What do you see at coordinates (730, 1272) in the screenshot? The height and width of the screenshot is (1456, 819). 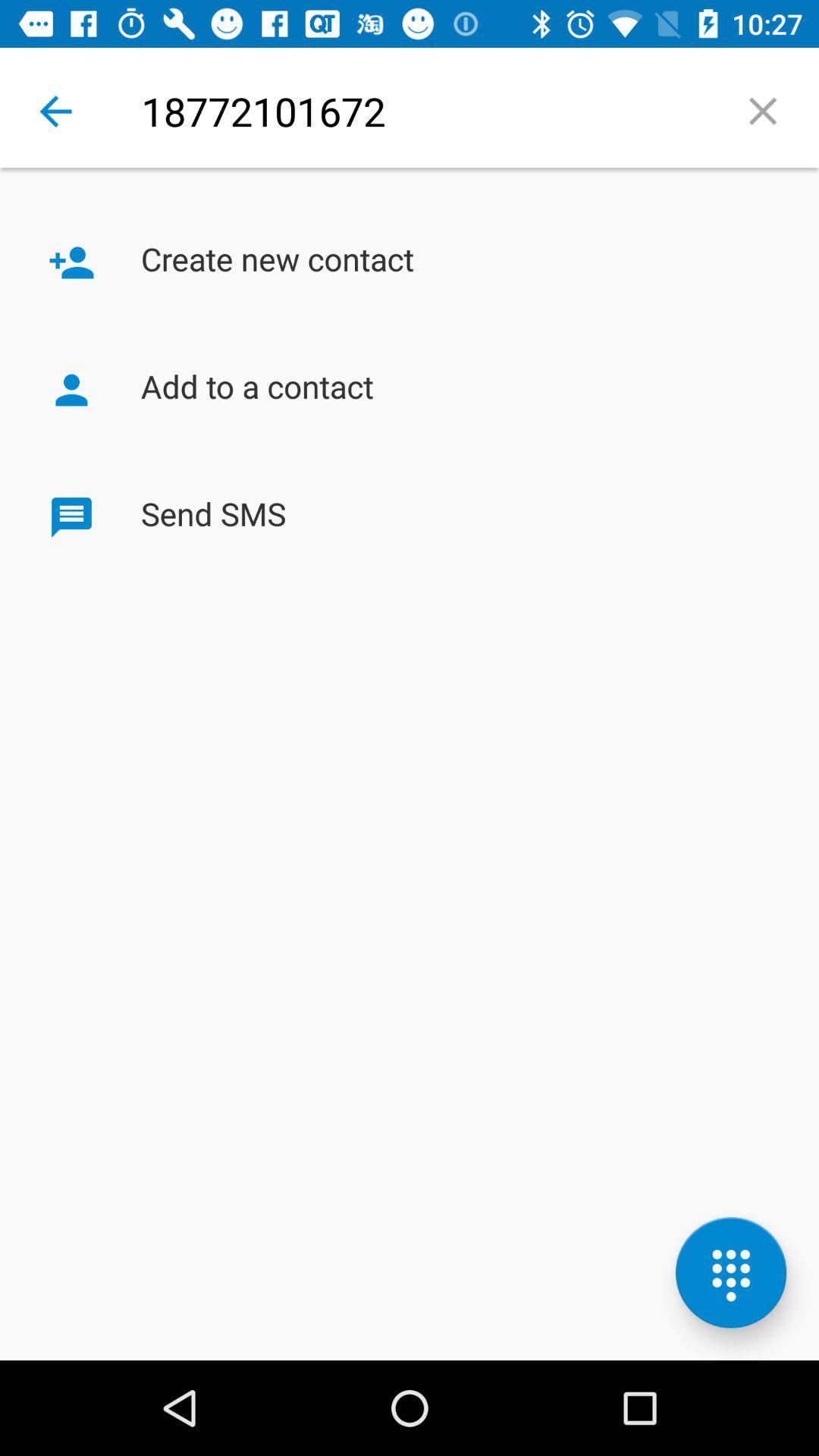 I see `the dialpad icon` at bounding box center [730, 1272].